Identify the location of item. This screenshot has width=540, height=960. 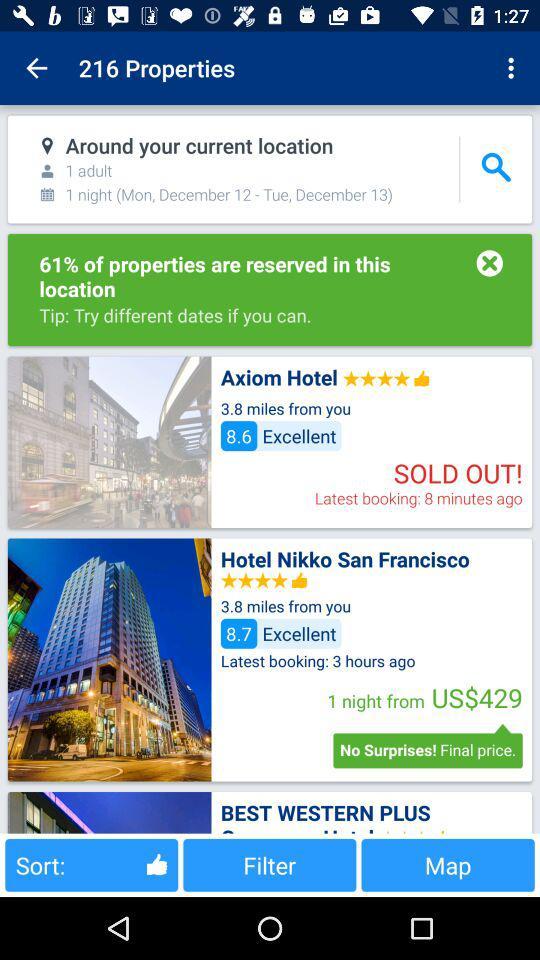
(109, 659).